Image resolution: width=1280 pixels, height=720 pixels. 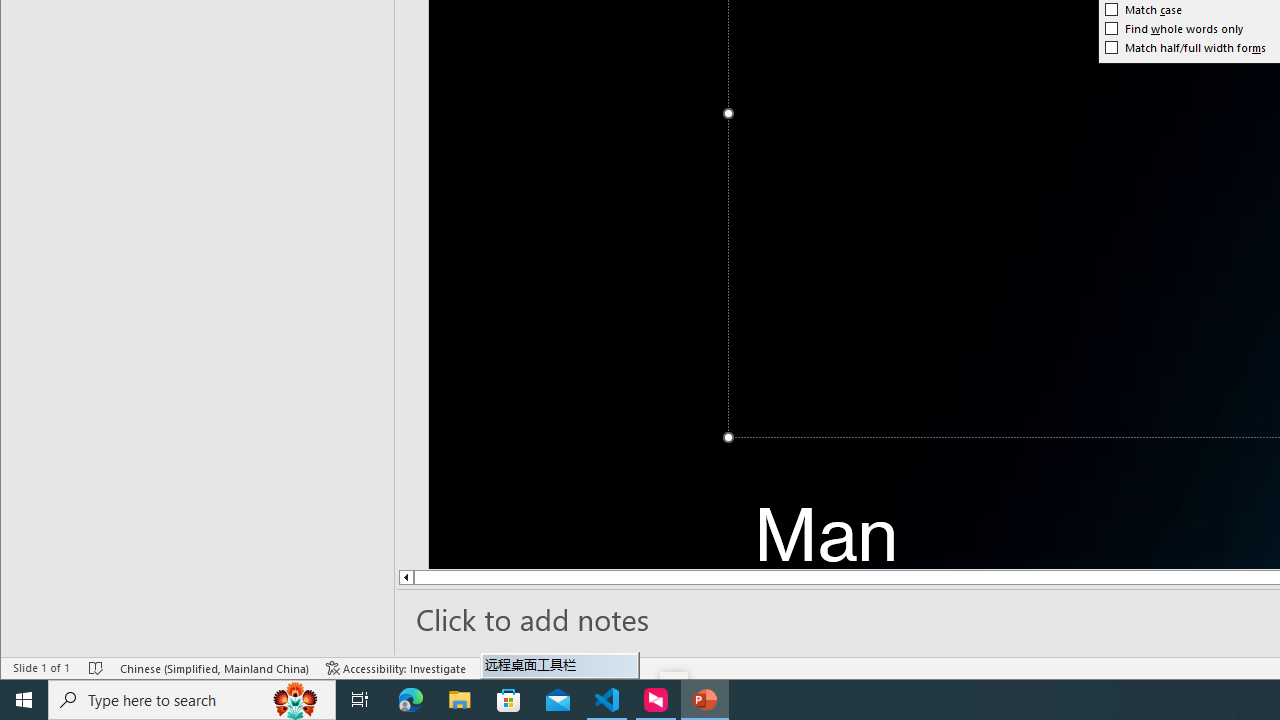 What do you see at coordinates (1186, 47) in the screenshot?
I see `'Match half/full width forms'` at bounding box center [1186, 47].